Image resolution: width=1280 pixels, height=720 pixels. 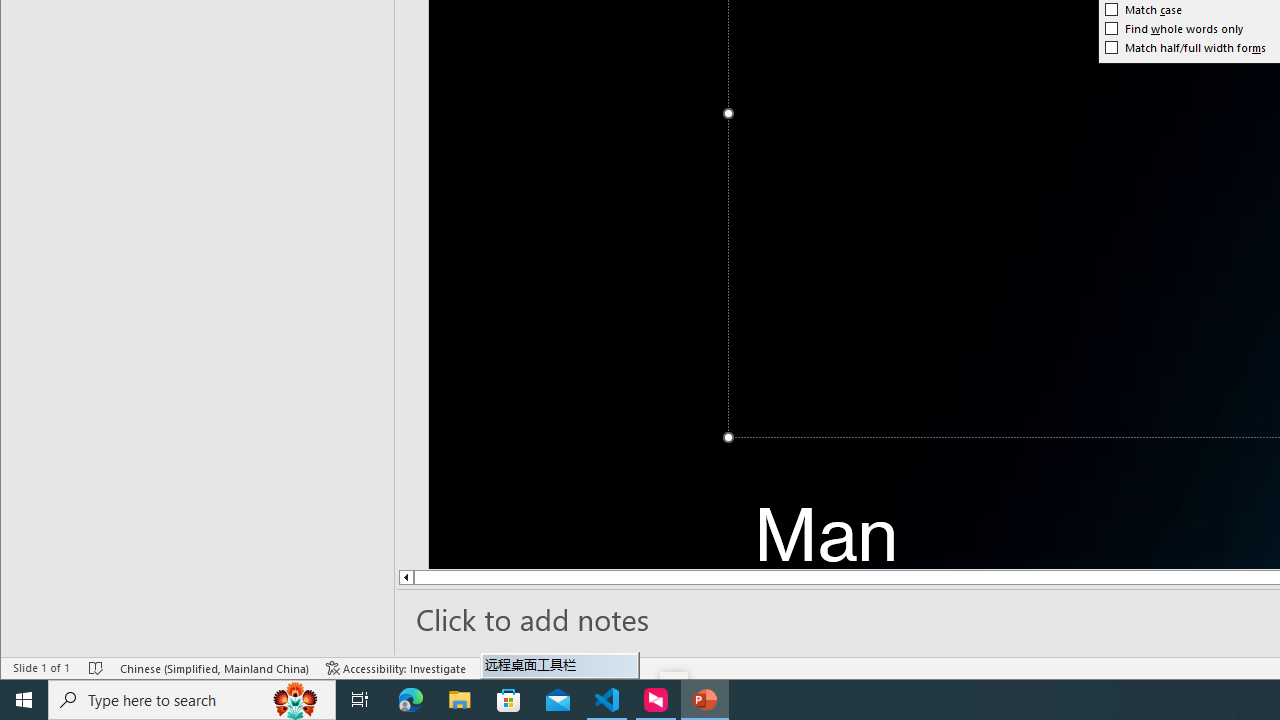 What do you see at coordinates (1186, 47) in the screenshot?
I see `'Match half/full width forms'` at bounding box center [1186, 47].